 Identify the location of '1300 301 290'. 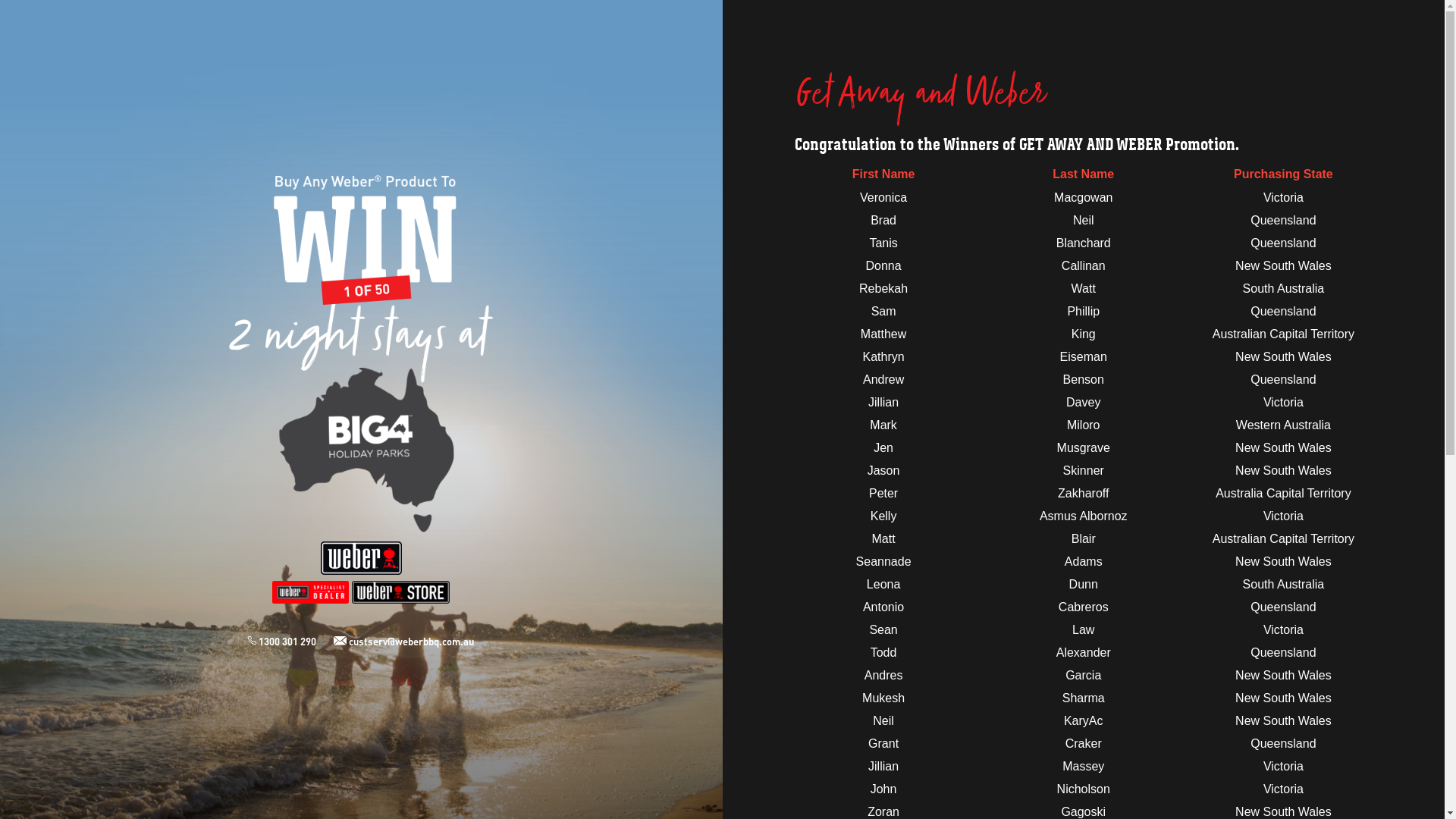
(290, 641).